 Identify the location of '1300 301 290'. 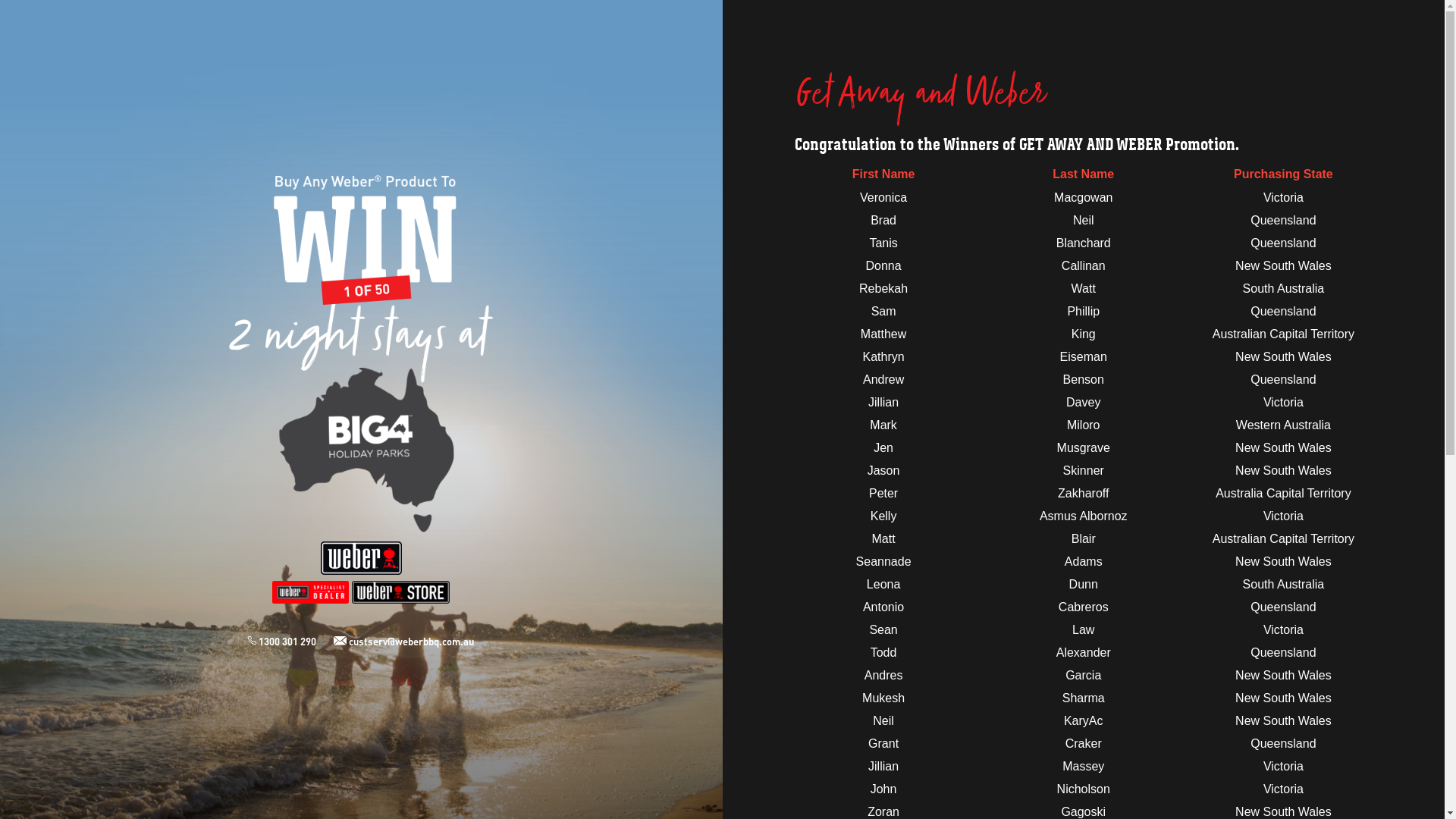
(290, 641).